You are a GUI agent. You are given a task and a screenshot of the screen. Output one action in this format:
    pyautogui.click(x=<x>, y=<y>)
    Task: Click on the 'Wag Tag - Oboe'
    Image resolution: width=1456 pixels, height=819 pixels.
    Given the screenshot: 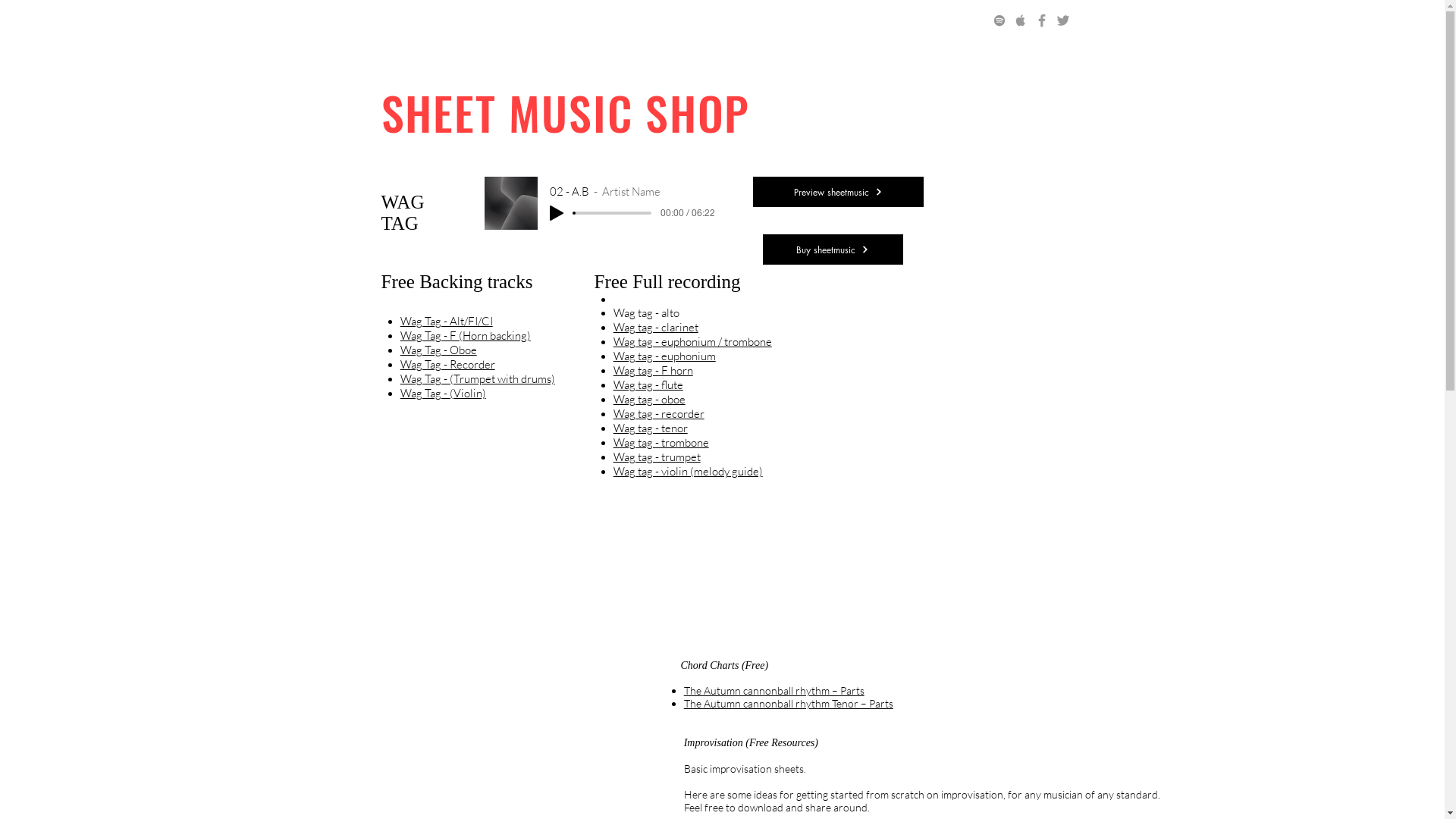 What is the action you would take?
    pyautogui.click(x=400, y=350)
    